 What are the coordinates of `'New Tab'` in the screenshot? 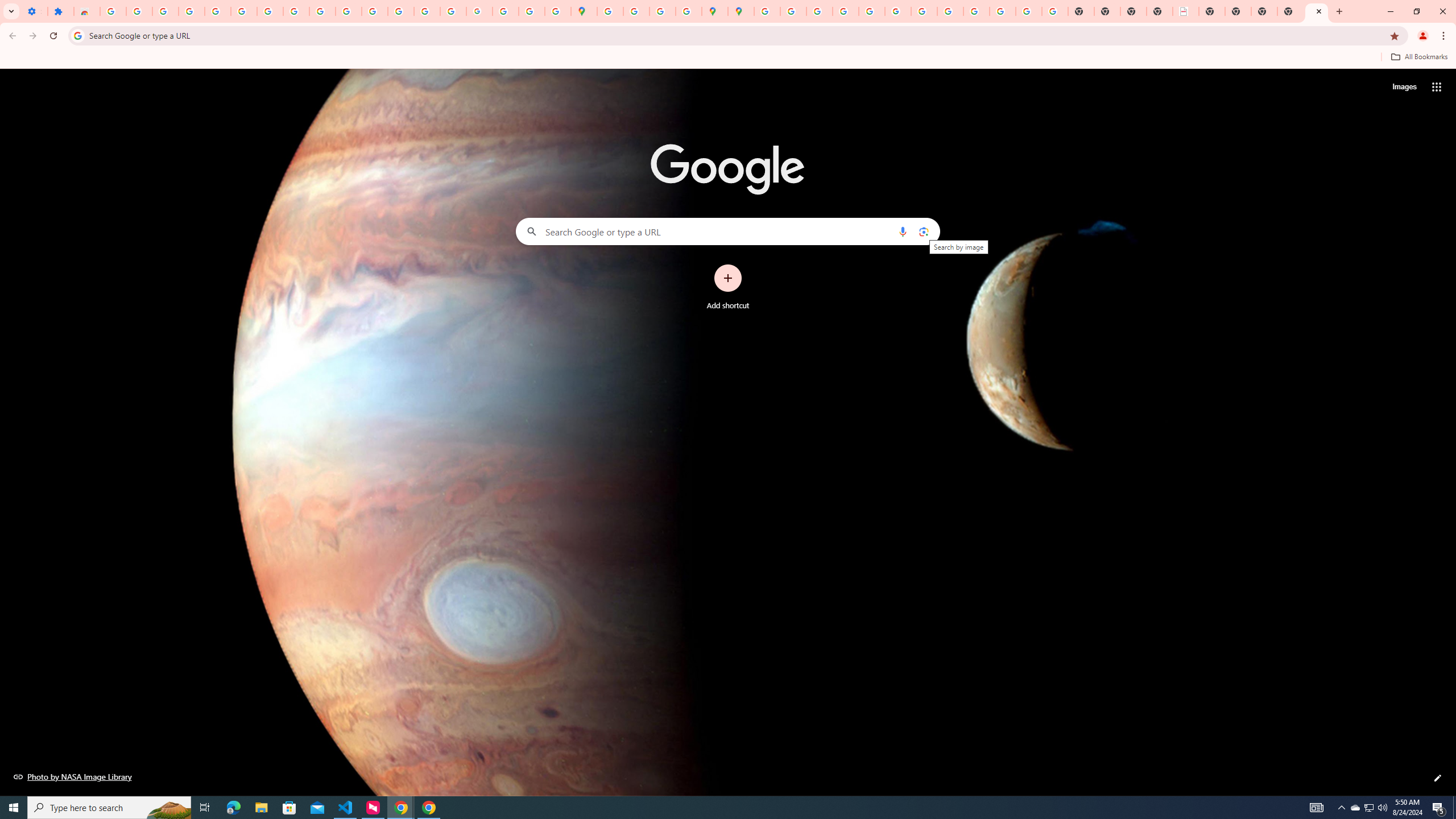 It's located at (1290, 11).